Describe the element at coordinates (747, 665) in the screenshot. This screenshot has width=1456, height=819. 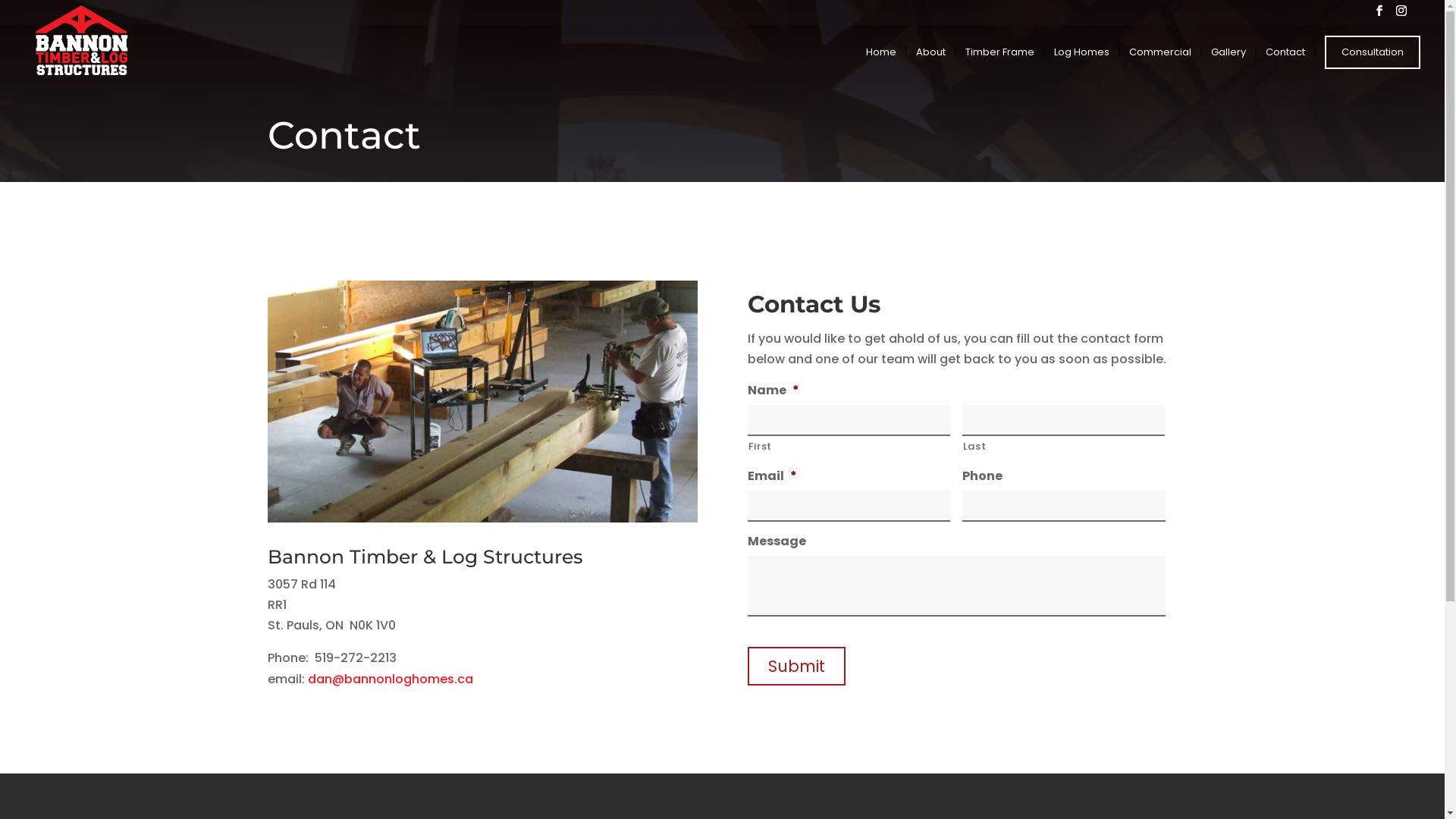
I see `'Submit'` at that location.